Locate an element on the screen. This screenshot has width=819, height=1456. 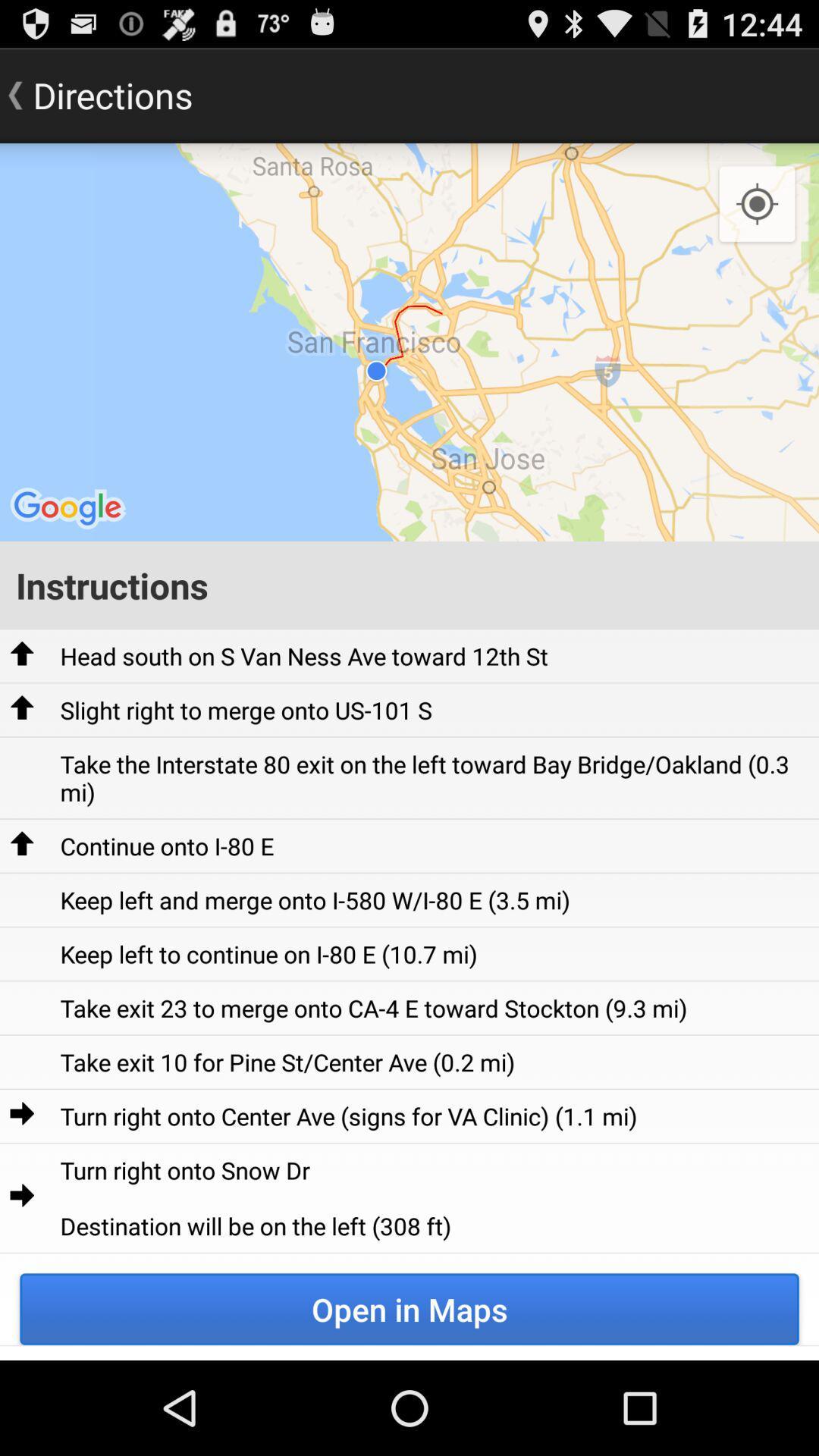
the icon above the instructions icon is located at coordinates (757, 204).